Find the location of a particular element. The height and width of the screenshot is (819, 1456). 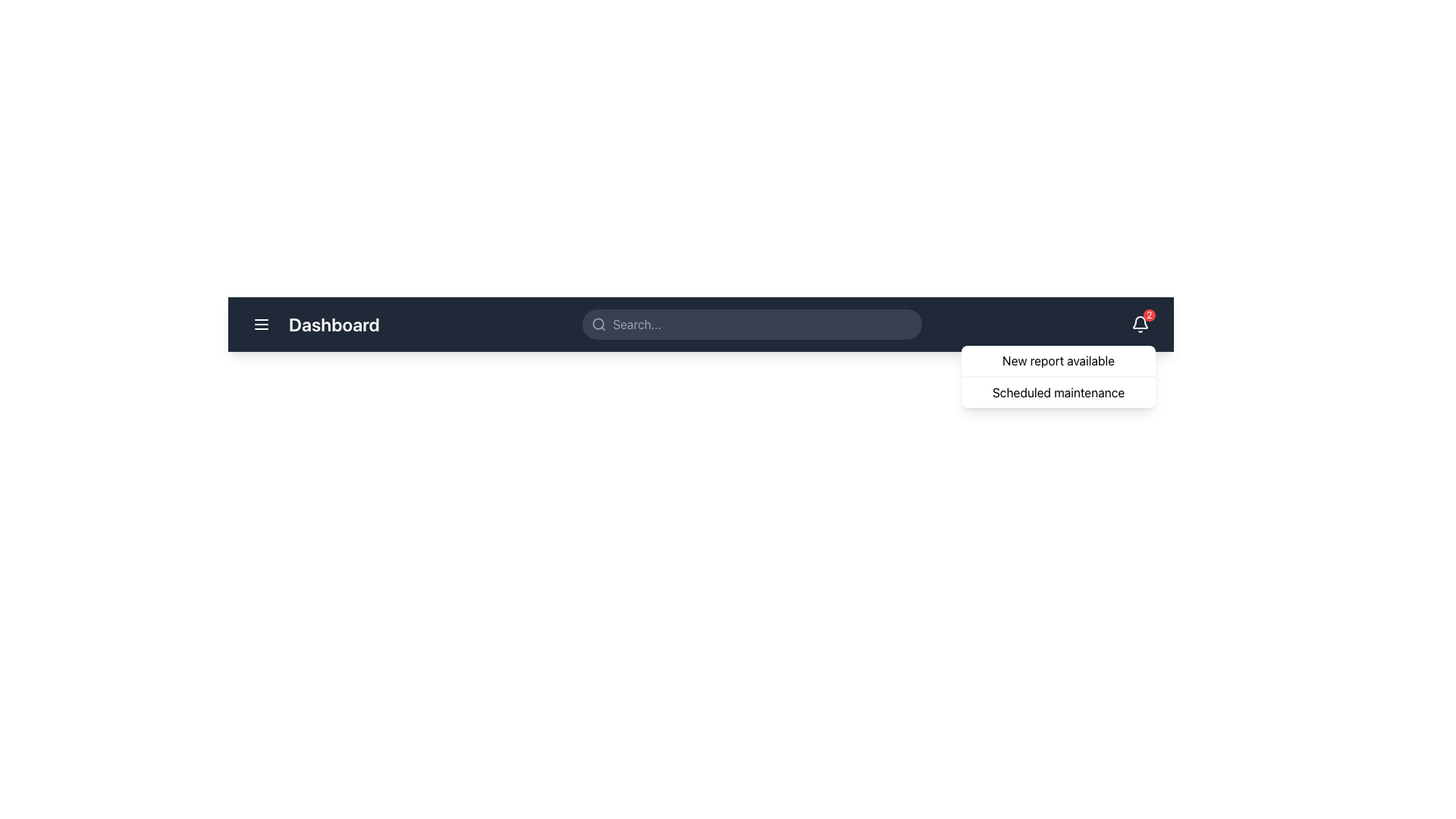

the menu icon located in the top-left corner of the interface to possibly reveal a tooltip is located at coordinates (262, 324).